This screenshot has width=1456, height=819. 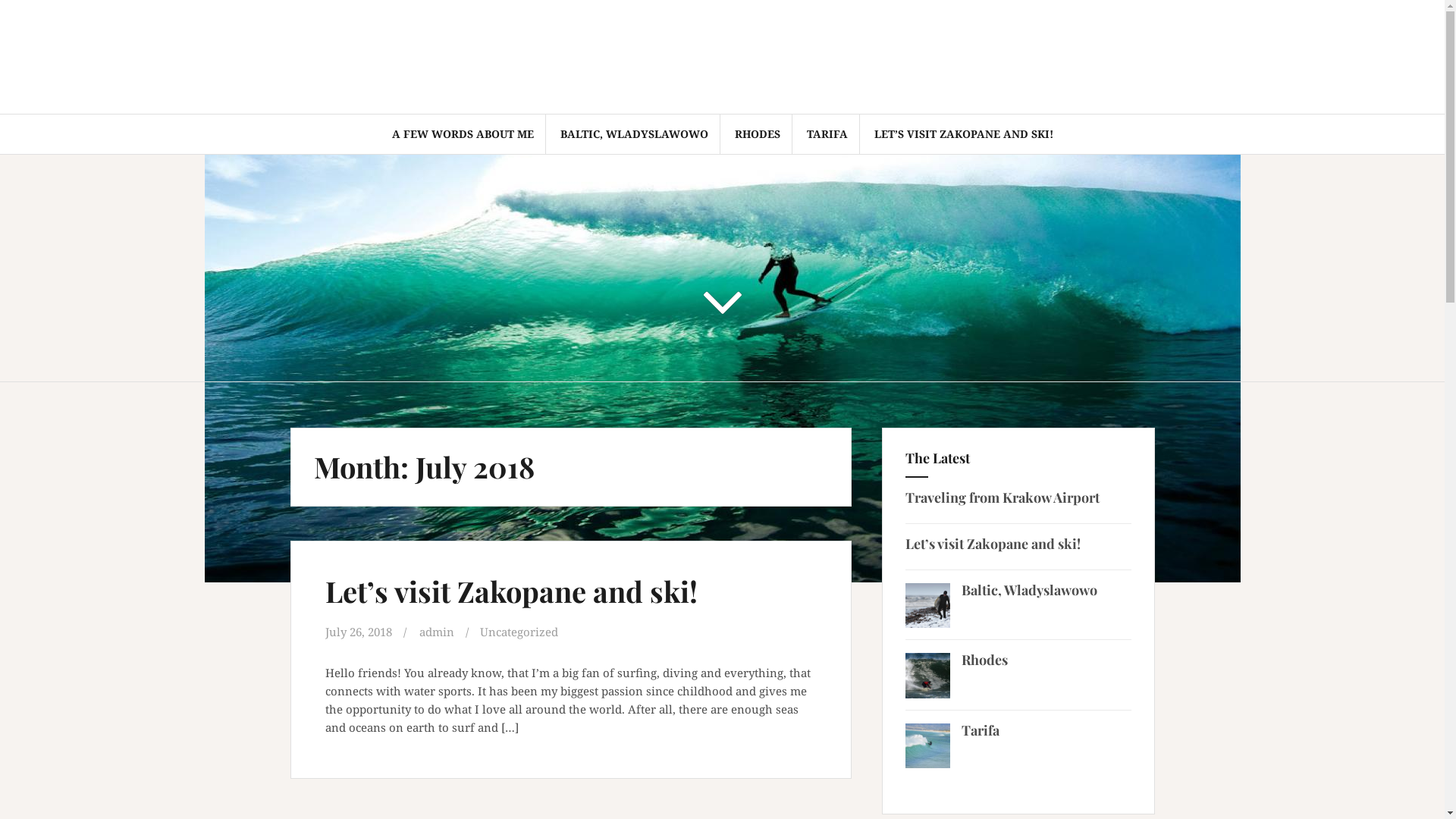 I want to click on 'TARIFA', so click(x=826, y=133).